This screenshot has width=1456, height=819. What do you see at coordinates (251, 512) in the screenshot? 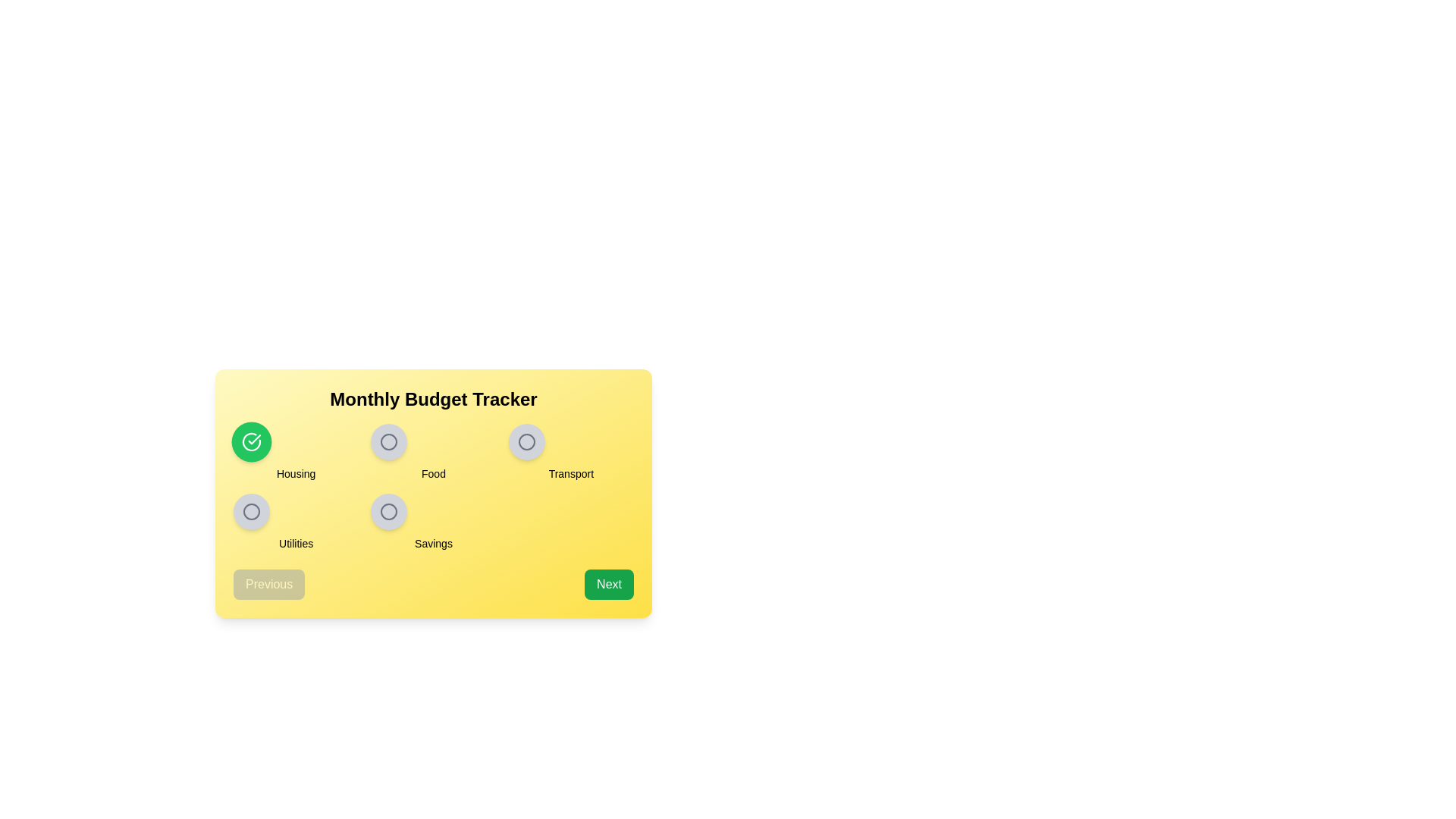
I see `the circular SVG graphic icon located beneath the checkmark icon and adjacent to the 'Utilities' label in the budget tracking application` at bounding box center [251, 512].